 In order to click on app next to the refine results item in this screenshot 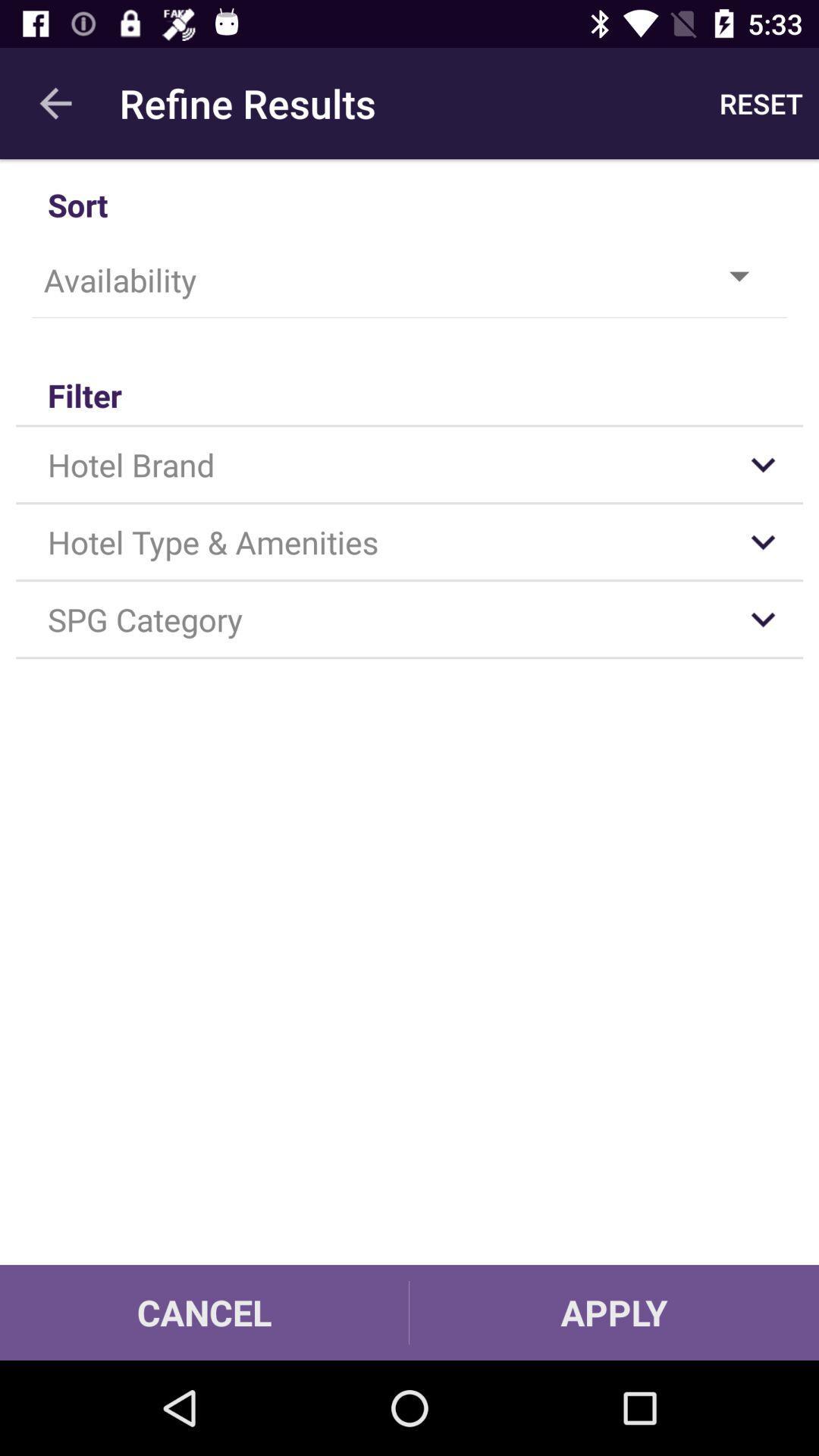, I will do `click(761, 102)`.